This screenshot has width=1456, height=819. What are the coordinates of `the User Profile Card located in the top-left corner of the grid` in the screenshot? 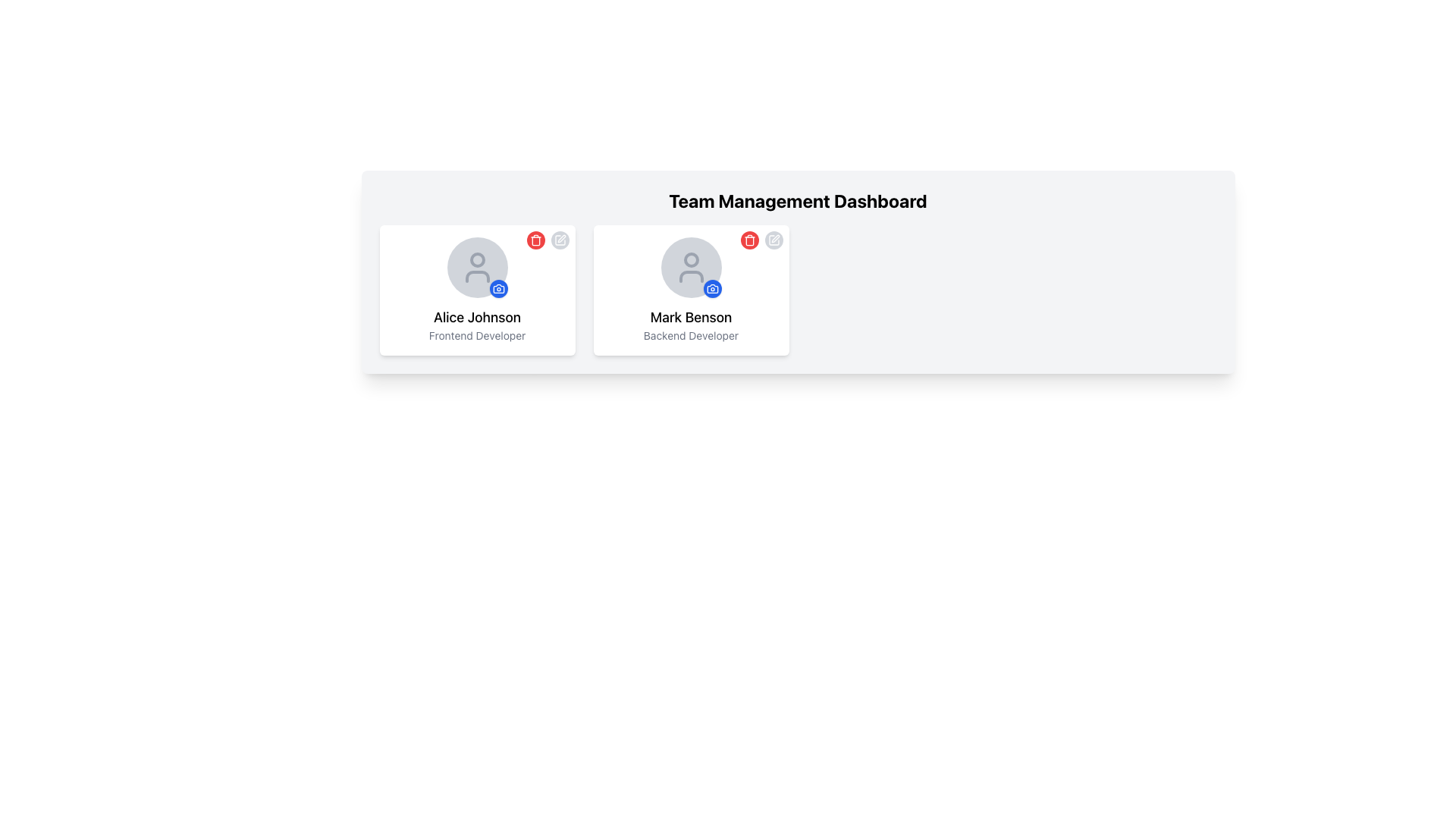 It's located at (476, 290).